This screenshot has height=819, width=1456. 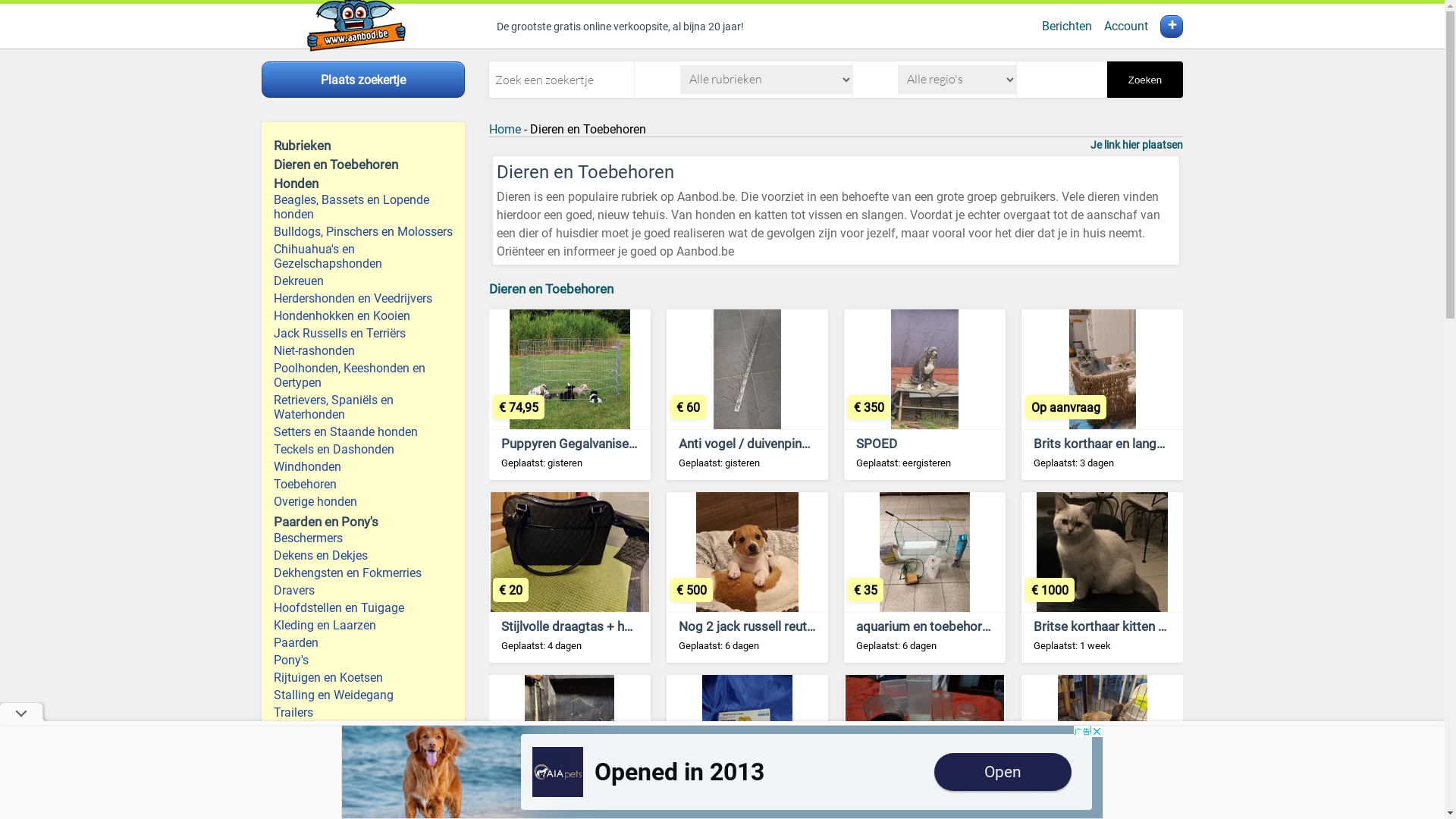 What do you see at coordinates (273, 231) in the screenshot?
I see `'Bulldogs, Pinschers en Molossers'` at bounding box center [273, 231].